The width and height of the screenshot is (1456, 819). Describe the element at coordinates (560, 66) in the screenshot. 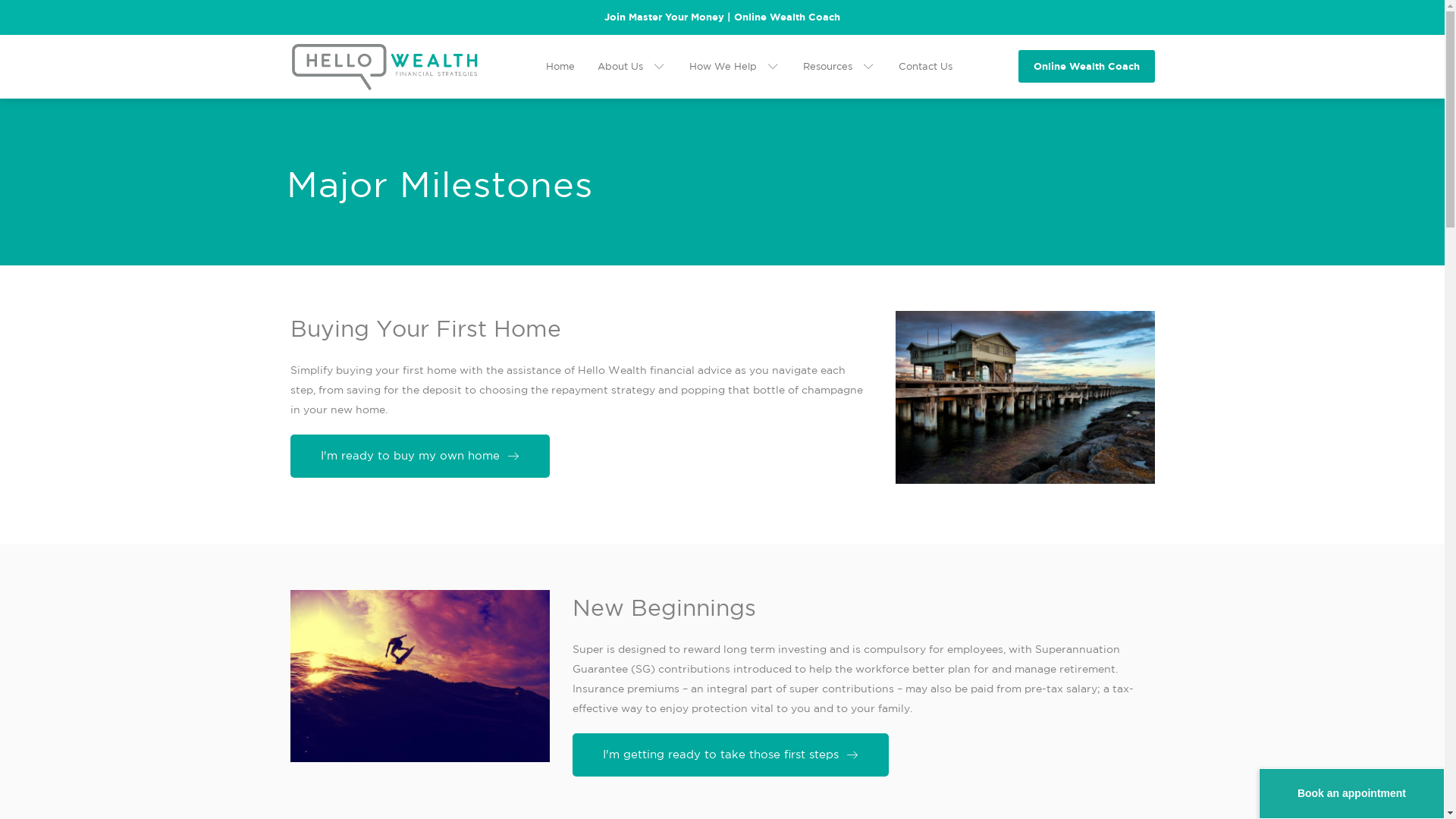

I see `'Home'` at that location.